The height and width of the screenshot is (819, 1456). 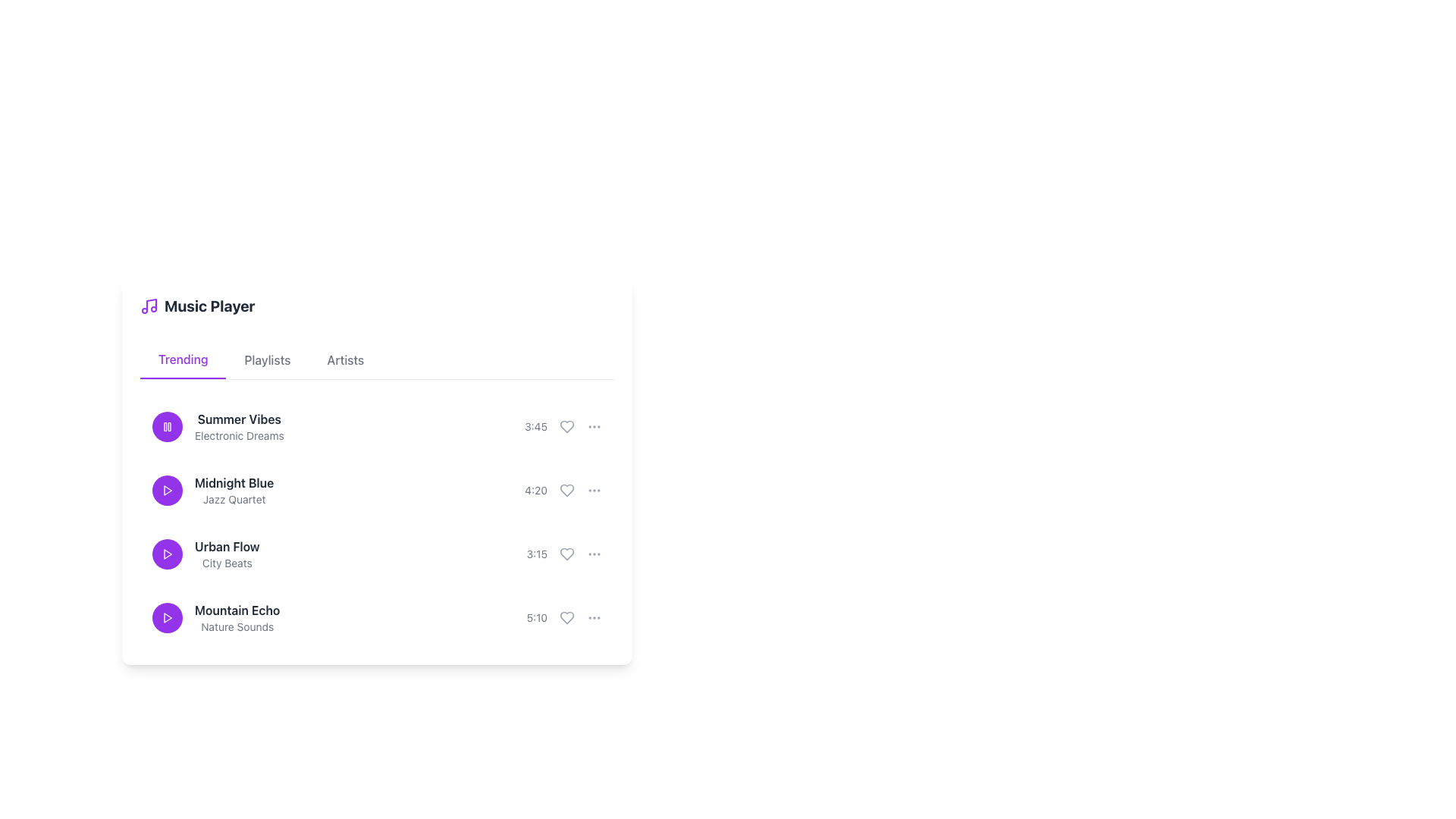 I want to click on the triangular play button icon located in the last row of the list under the 'Mountain Echo' entry in the 'Trending' tab, so click(x=168, y=617).